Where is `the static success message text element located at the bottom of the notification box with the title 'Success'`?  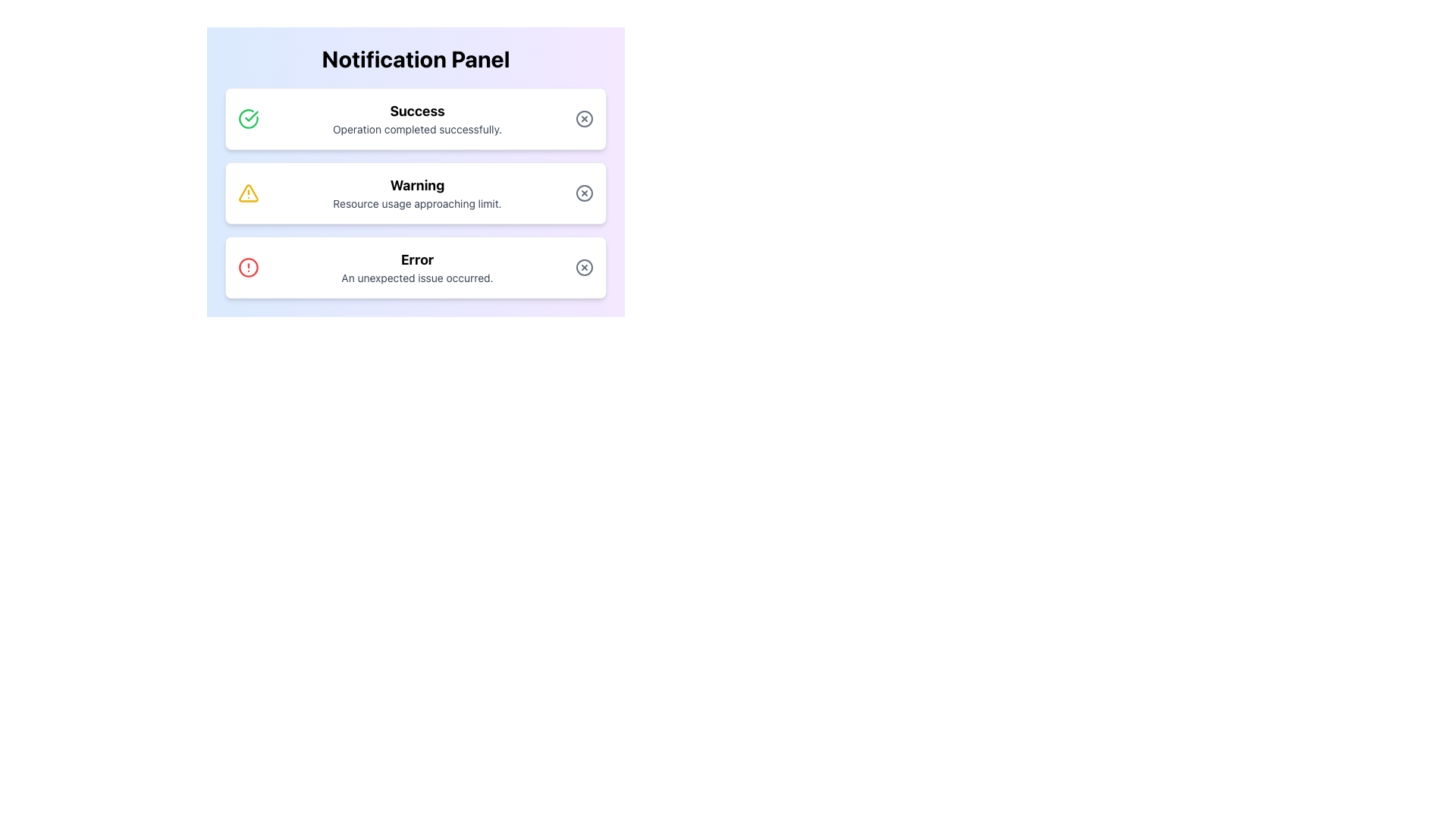
the static success message text element located at the bottom of the notification box with the title 'Success' is located at coordinates (417, 128).